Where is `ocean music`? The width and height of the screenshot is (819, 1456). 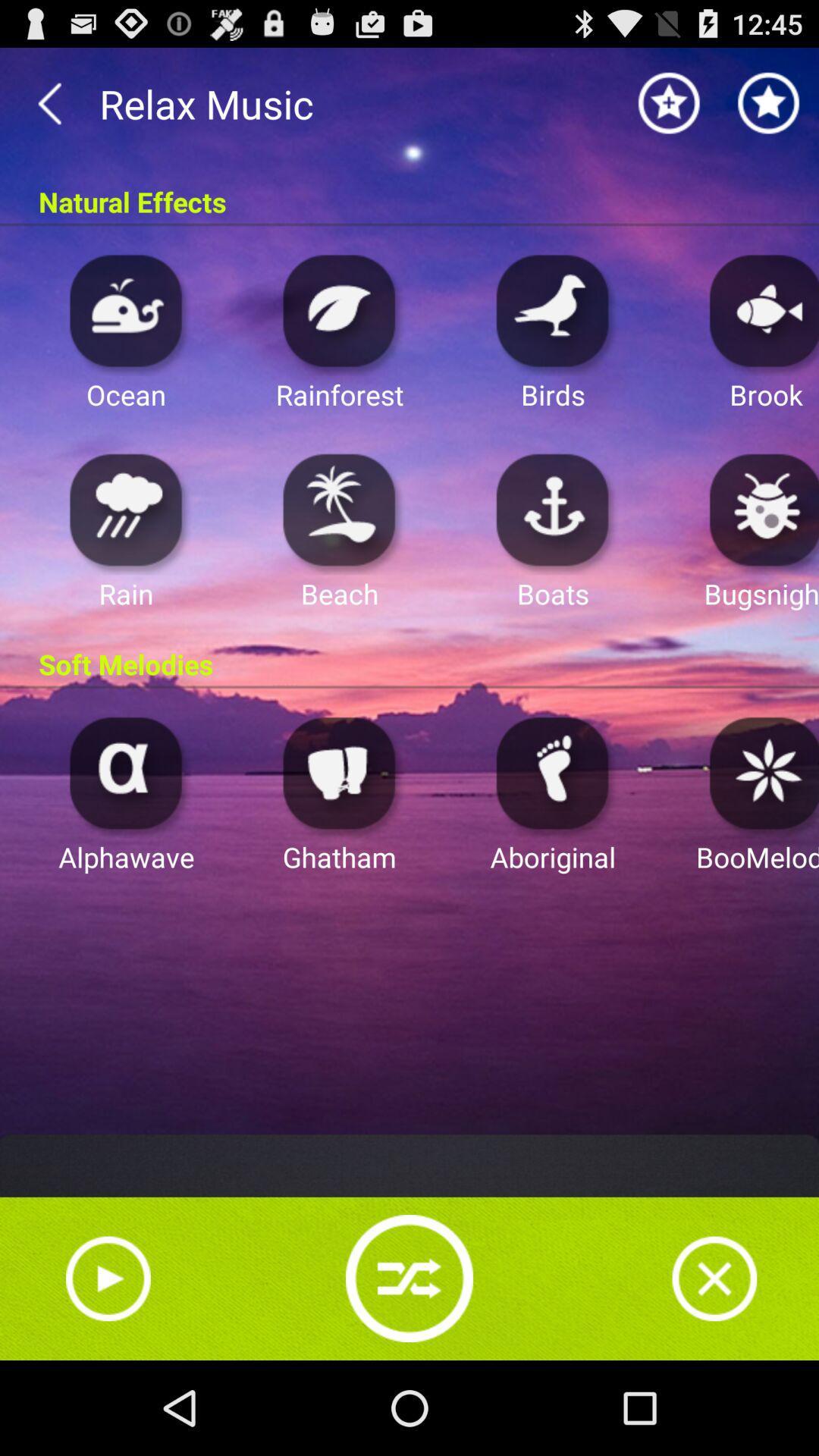
ocean music is located at coordinates (125, 309).